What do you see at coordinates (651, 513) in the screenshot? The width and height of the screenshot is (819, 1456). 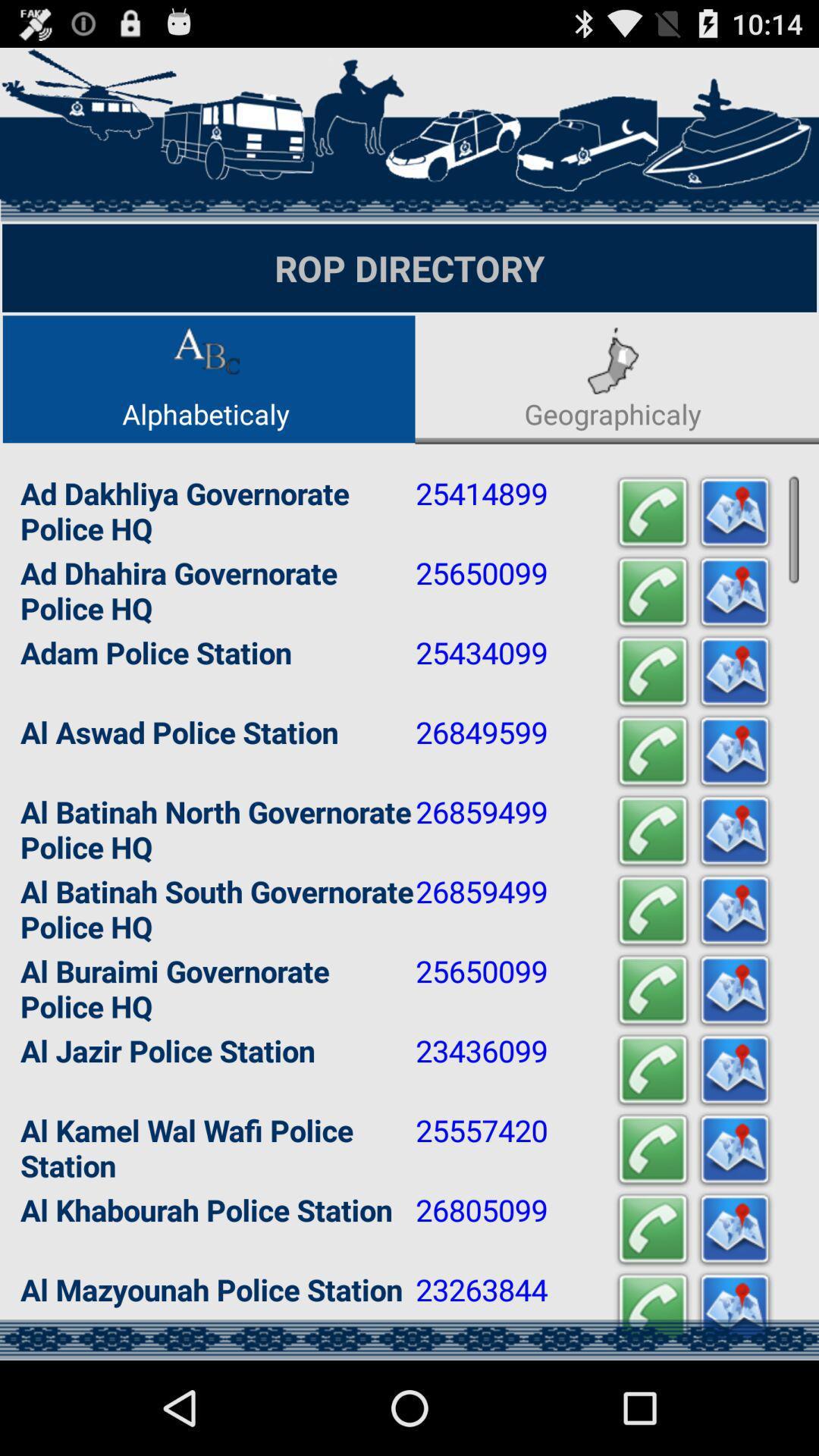 I see `the item above the 25650099 app` at bounding box center [651, 513].